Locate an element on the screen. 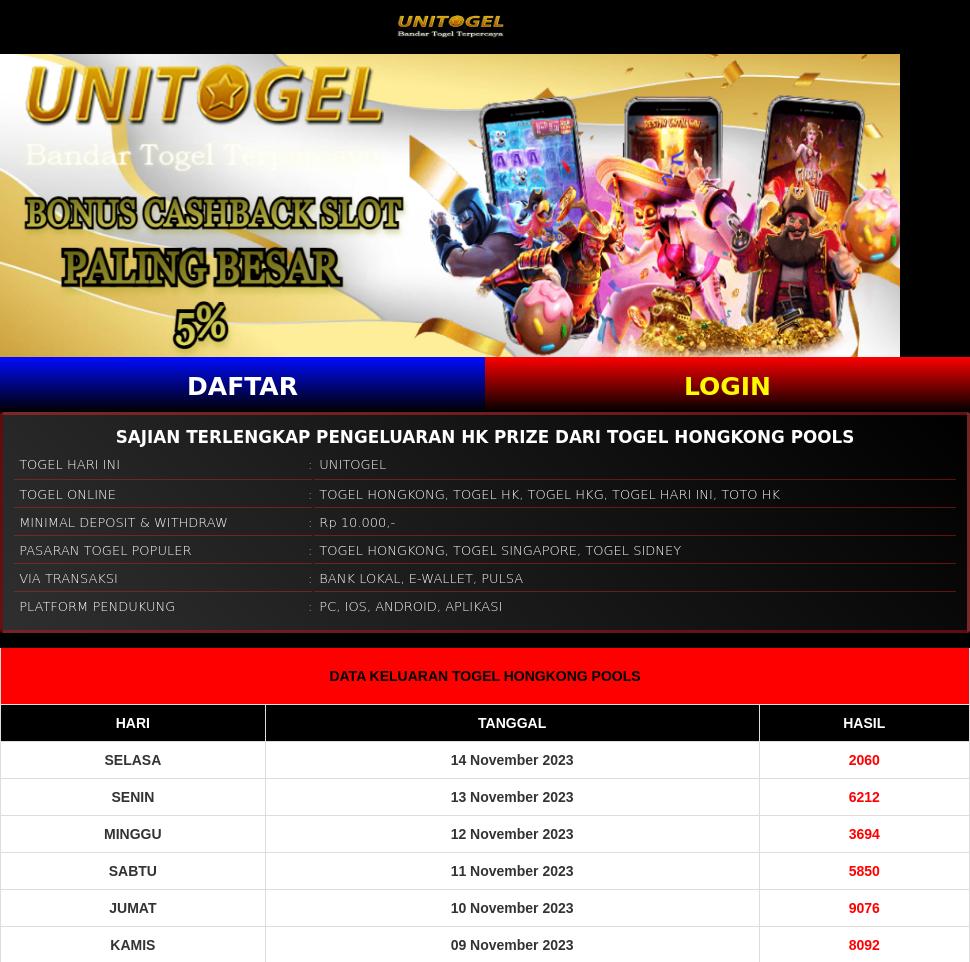 The image size is (970, 962). 'Rp 10.000,-' is located at coordinates (355, 520).